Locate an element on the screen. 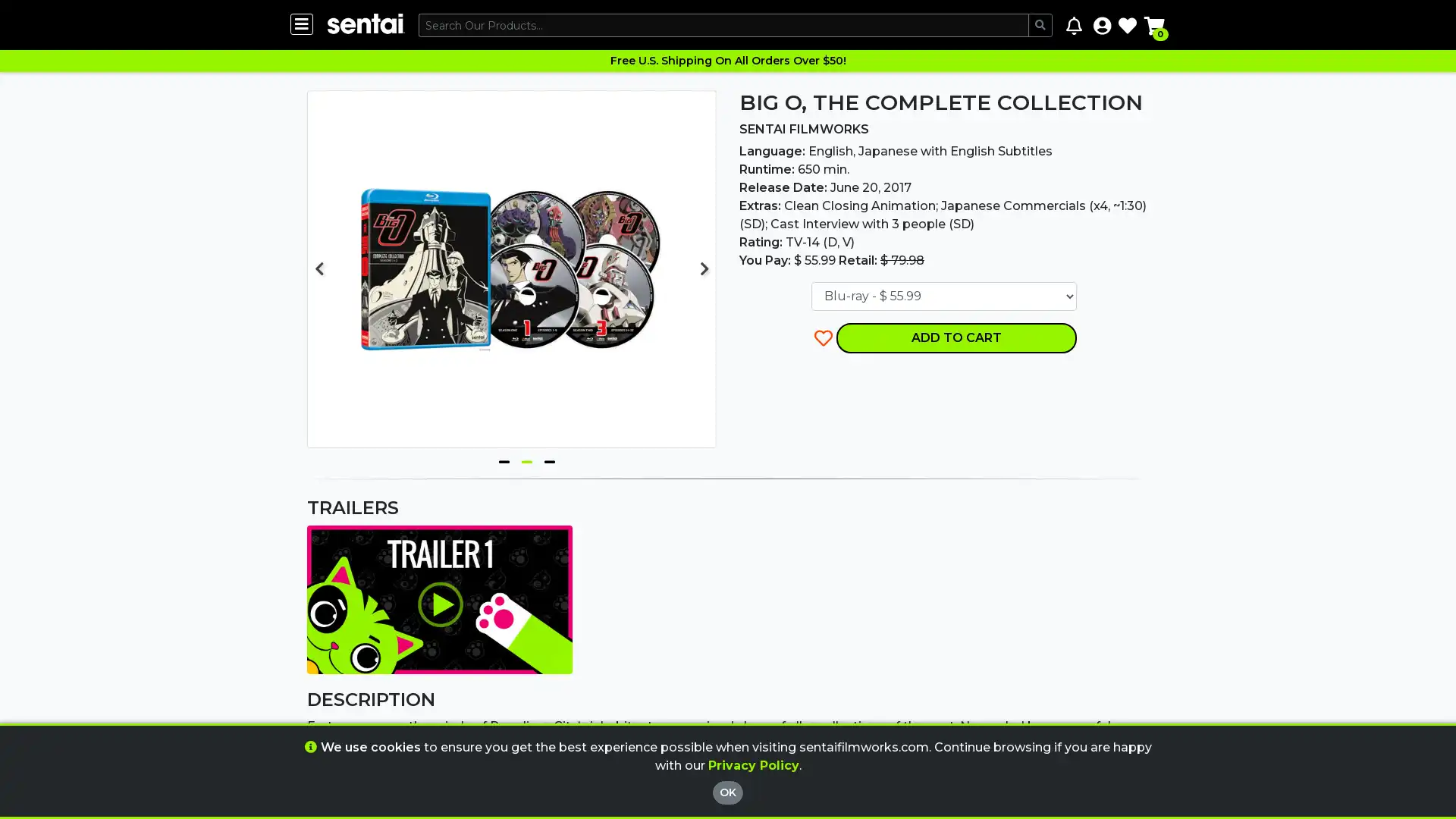  Previous is located at coordinates (318, 268).